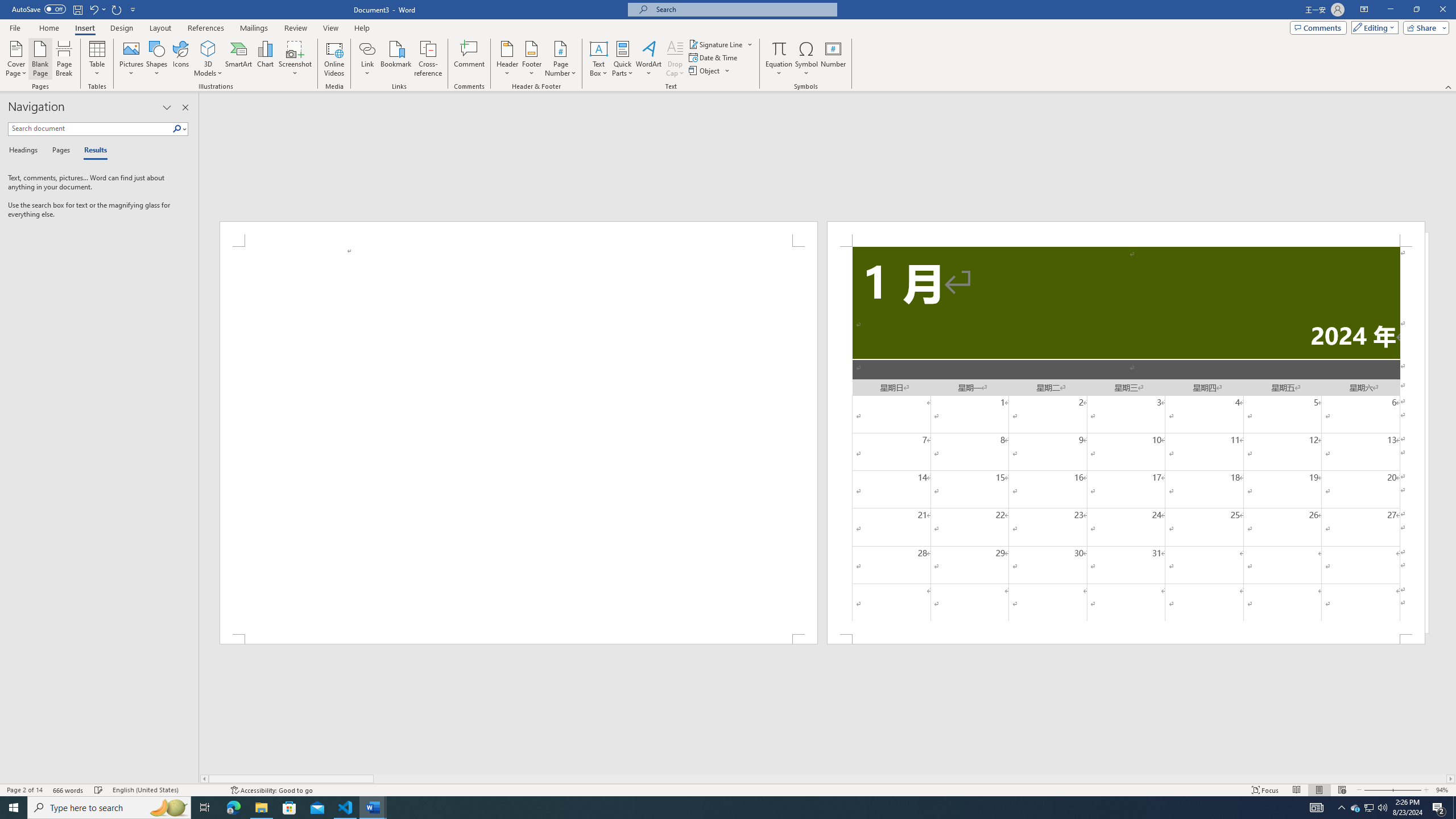 Image resolution: width=1456 pixels, height=819 pixels. Describe the element at coordinates (531, 59) in the screenshot. I see `'Footer'` at that location.